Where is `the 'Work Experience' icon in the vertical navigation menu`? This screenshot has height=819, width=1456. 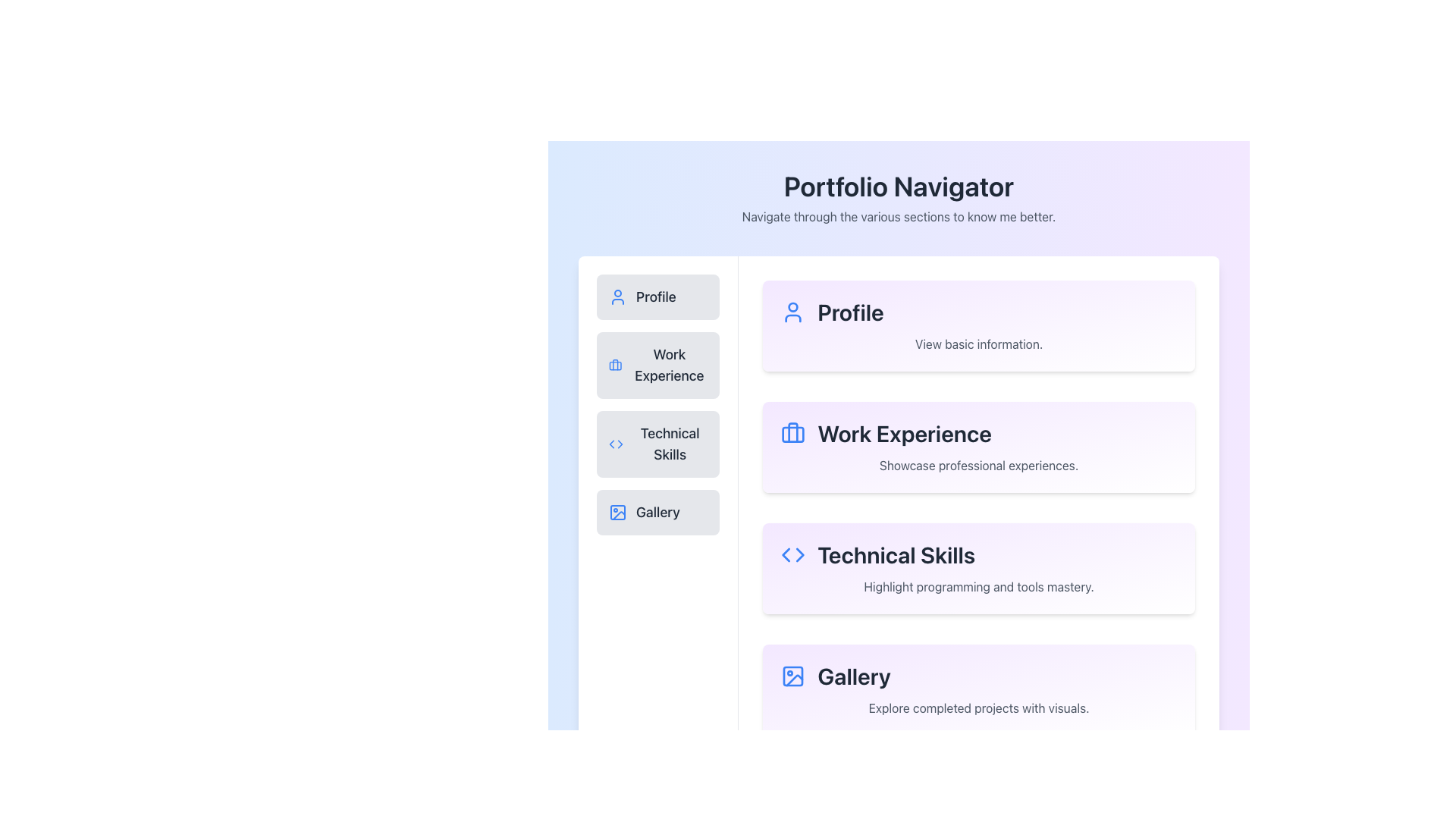
the 'Work Experience' icon in the vertical navigation menu is located at coordinates (615, 366).